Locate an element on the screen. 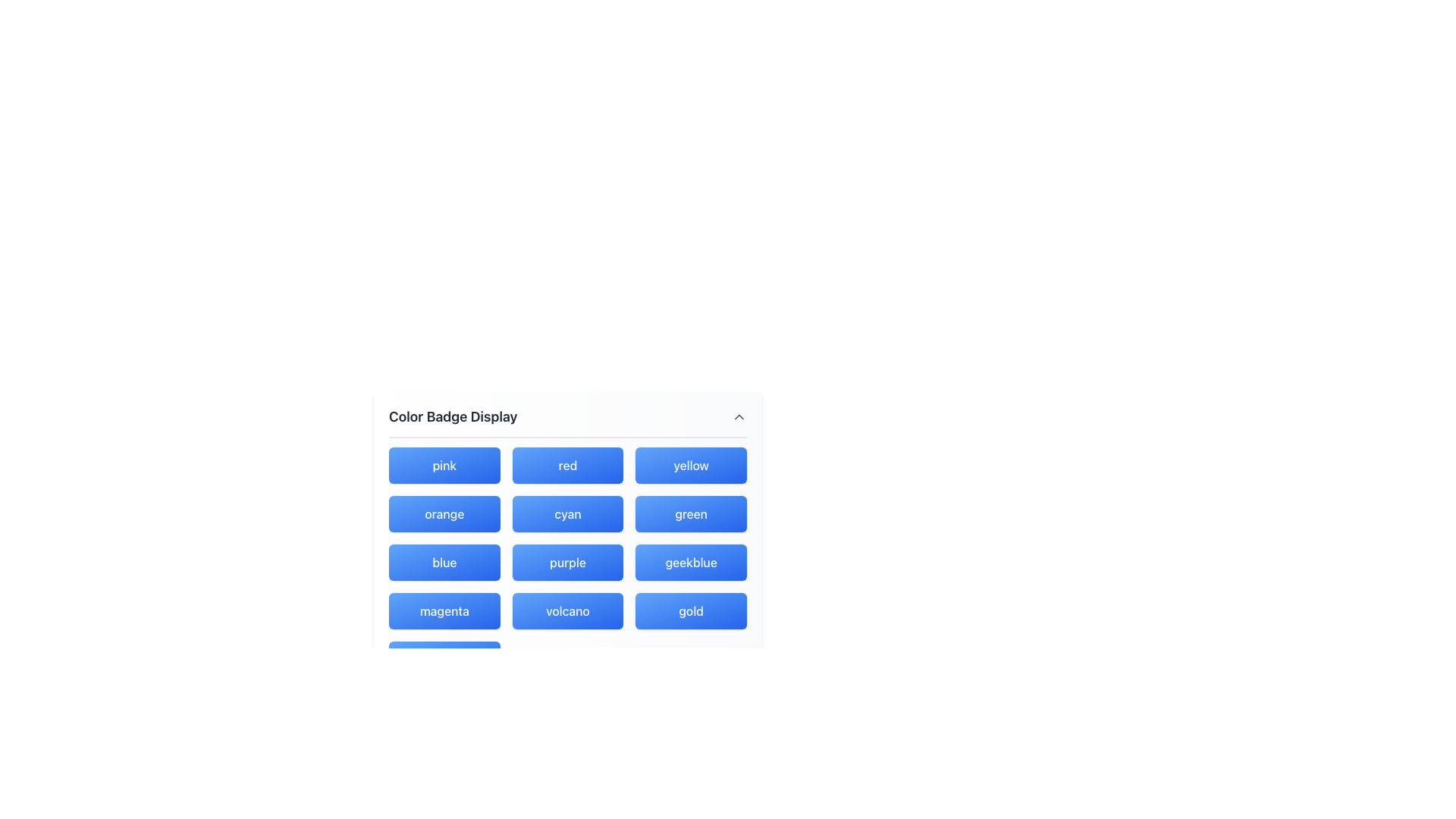 The width and height of the screenshot is (1456, 819). the button labeled 'purple' which is styled with a gradient from blue to darker blue, located in the middle of the third row in the grid layout is located at coordinates (566, 562).